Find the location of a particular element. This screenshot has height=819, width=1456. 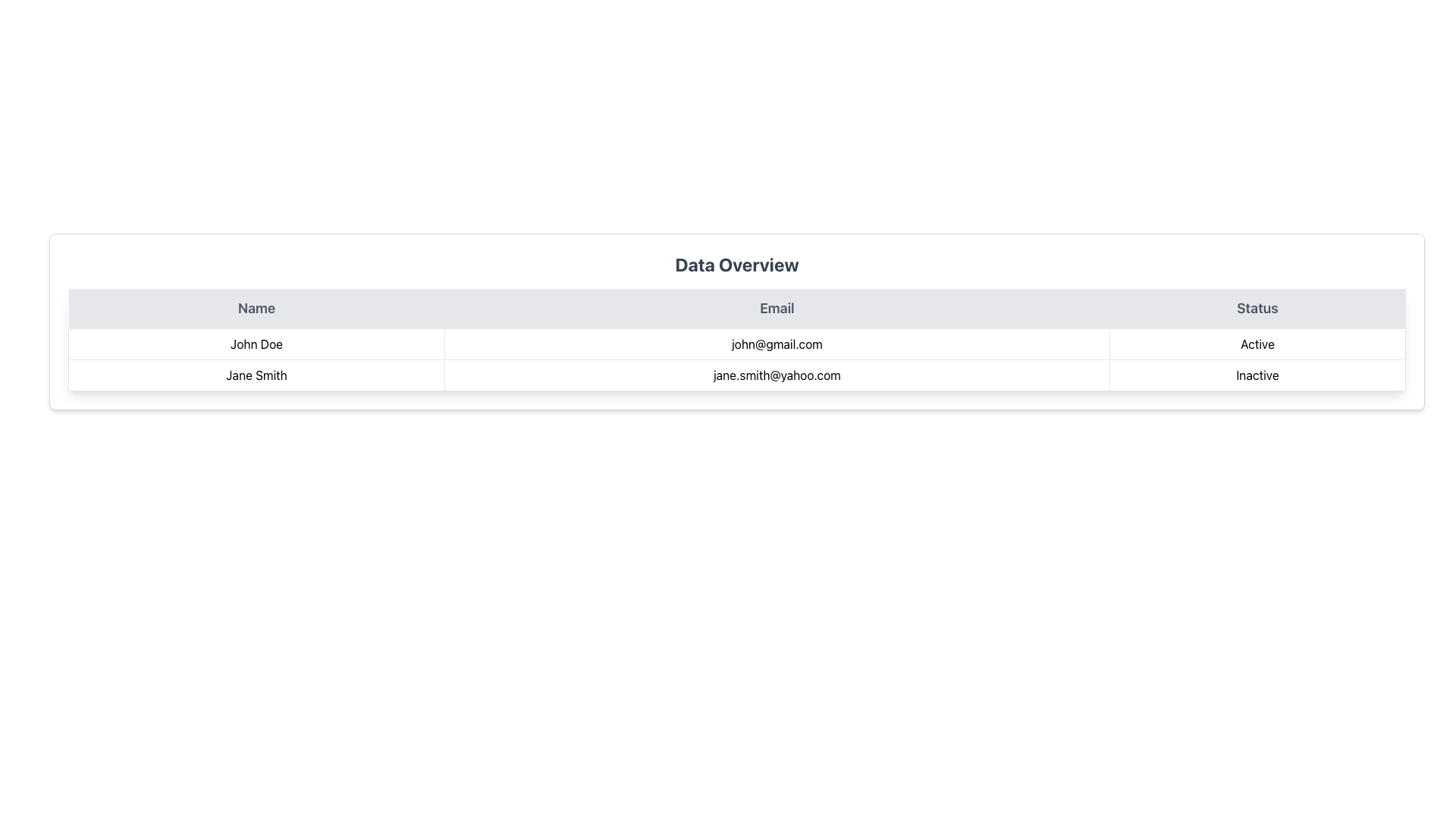

the text label in the 'Name' column of the first row in the data table, which contains the name 'John Doe' is located at coordinates (256, 344).